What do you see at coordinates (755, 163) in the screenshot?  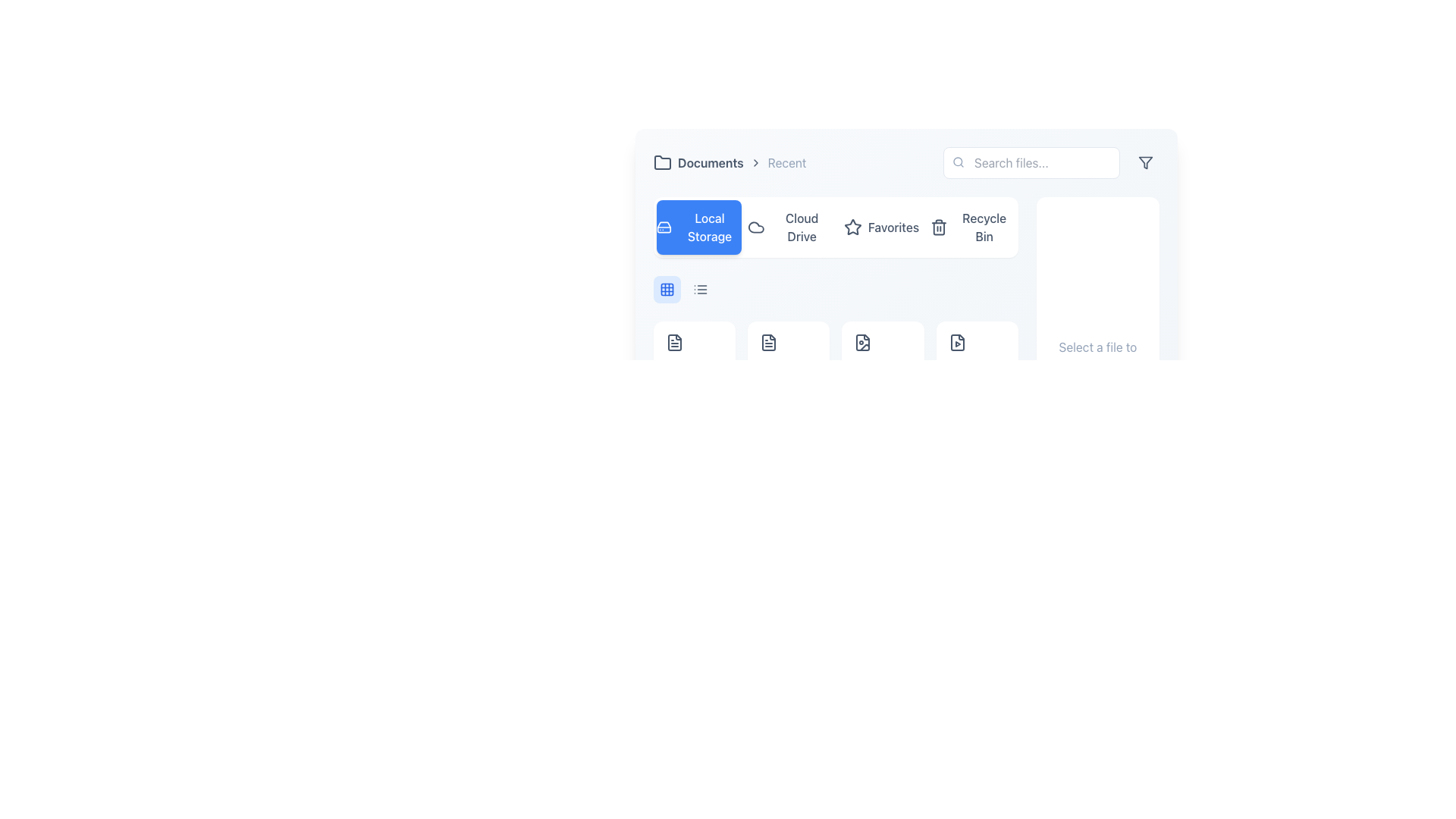 I see `the arrow icon pointing to the right located between the 'Documents' and 'Recent' labels in the top navigation bar` at bounding box center [755, 163].